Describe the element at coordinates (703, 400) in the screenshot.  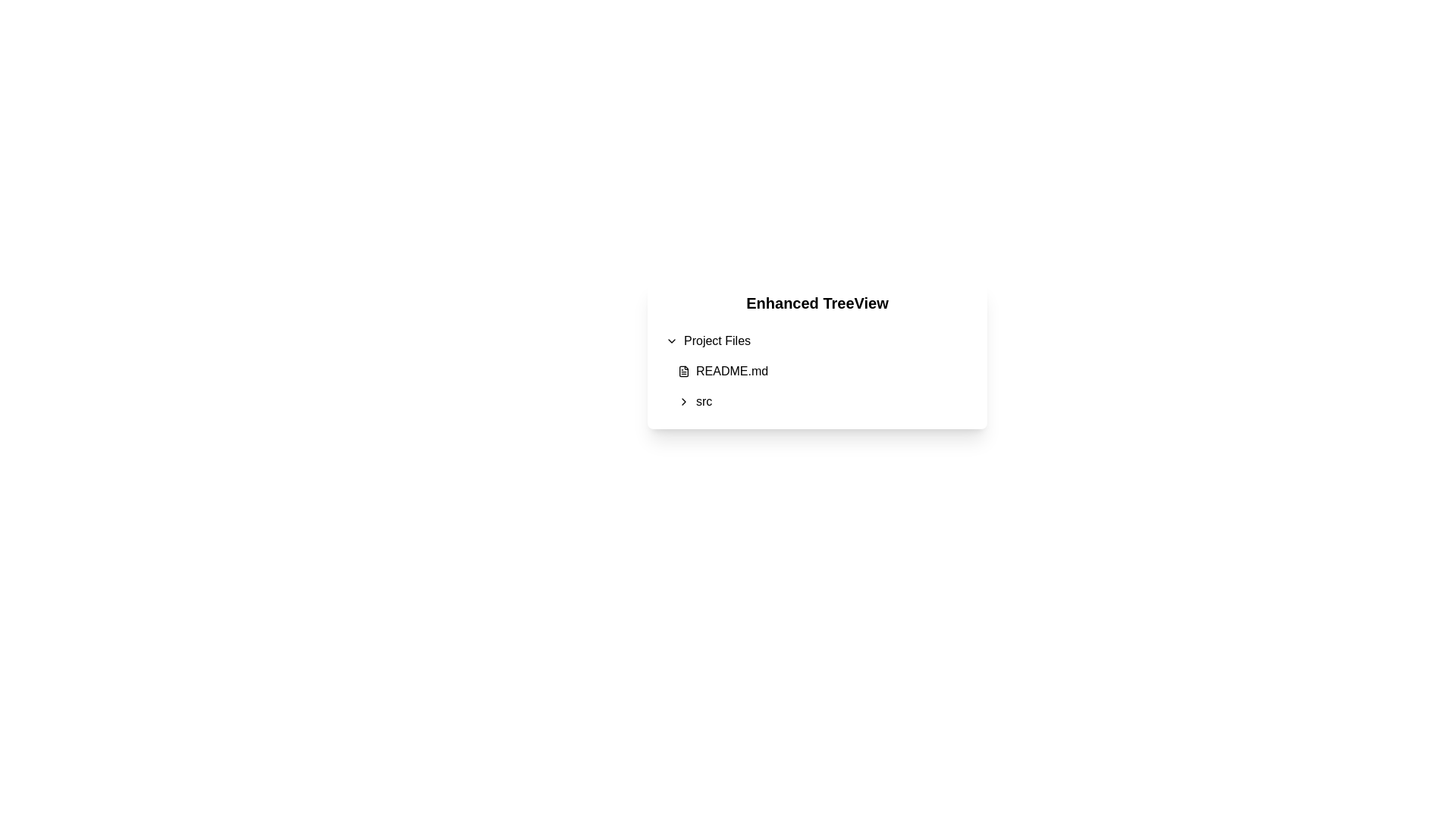
I see `the text label representing the 'src' file or folder` at that location.